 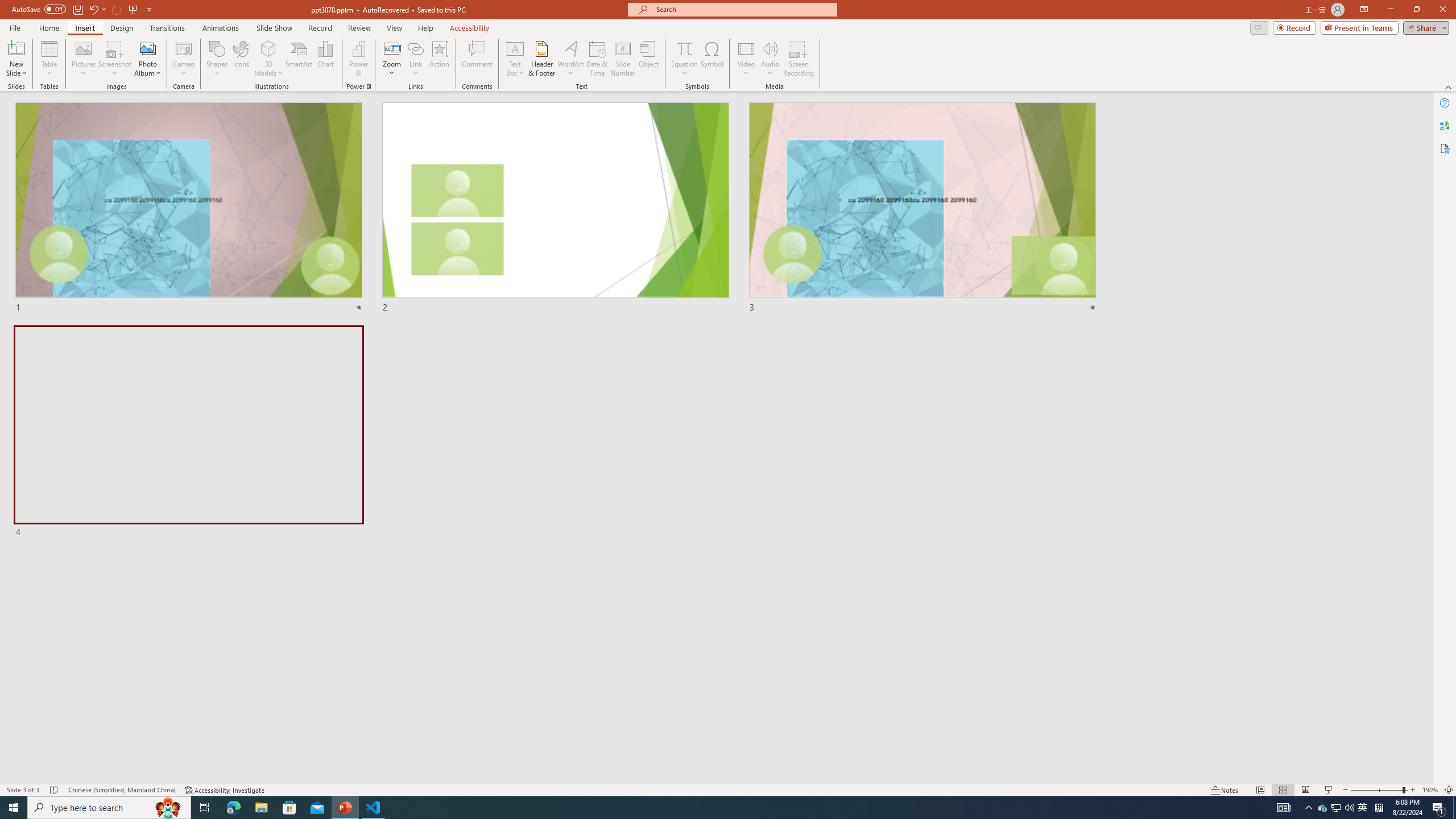 What do you see at coordinates (225, 790) in the screenshot?
I see `'Accessibility Checker Accessibility: Investigate'` at bounding box center [225, 790].